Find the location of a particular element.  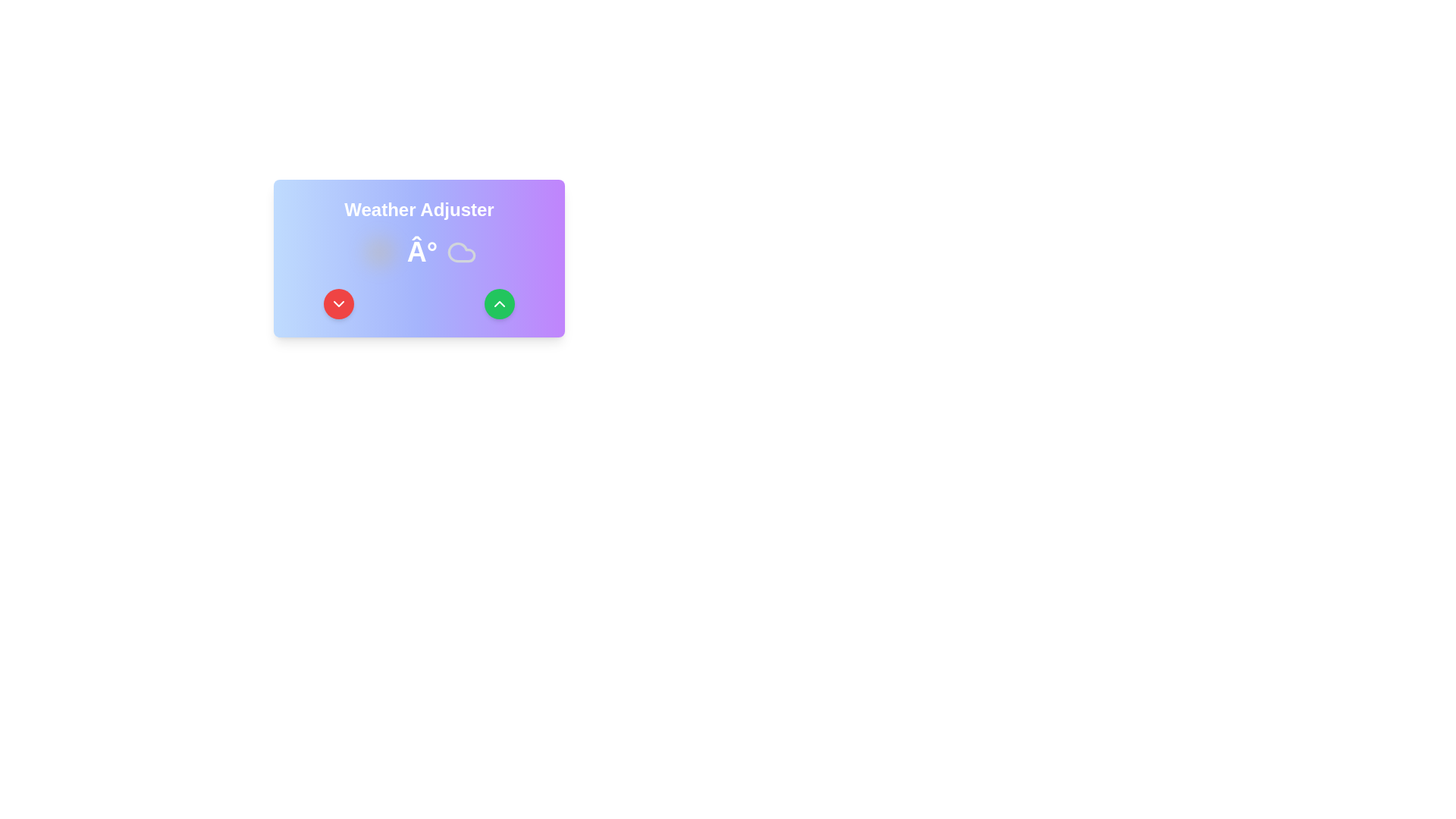

the cloud-shaped SVG graphic that represents weather functionality within the 'Weather Adjuster' card component is located at coordinates (461, 251).